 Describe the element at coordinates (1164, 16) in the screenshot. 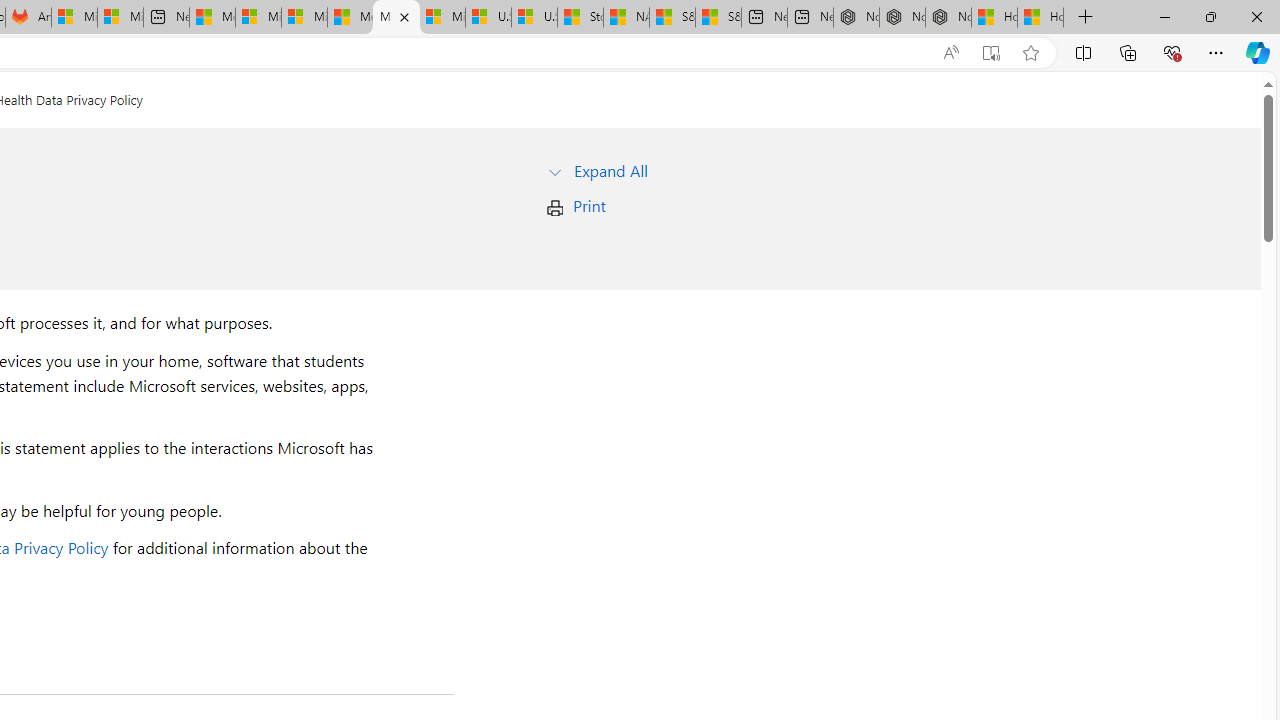

I see `'Minimize'` at that location.